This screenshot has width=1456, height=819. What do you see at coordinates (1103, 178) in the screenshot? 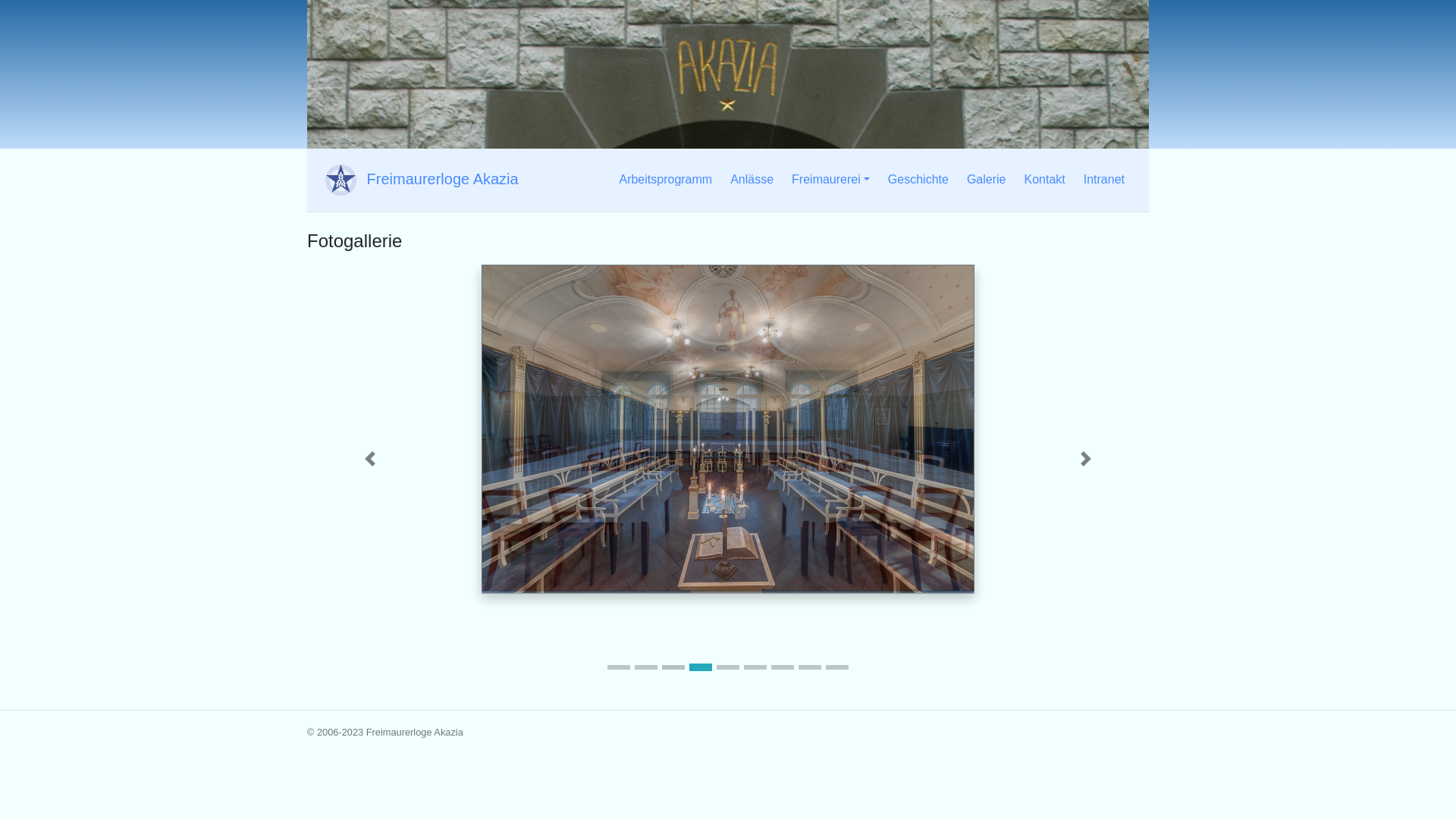
I see `'Intranet'` at bounding box center [1103, 178].